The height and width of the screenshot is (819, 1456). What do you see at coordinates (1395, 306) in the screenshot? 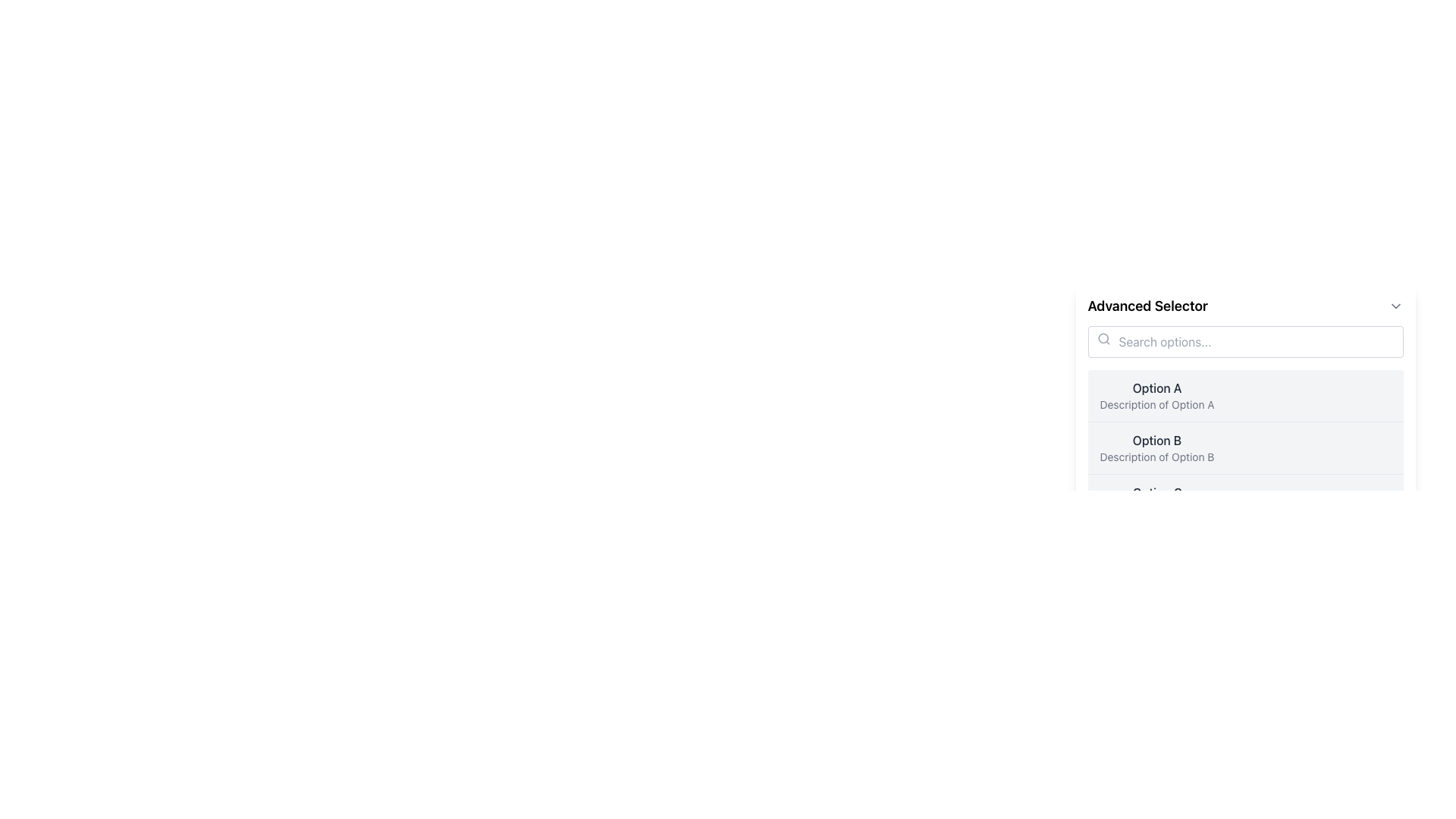
I see `the toggle icon located to the right of the 'Advanced Selector' label to change its color` at bounding box center [1395, 306].